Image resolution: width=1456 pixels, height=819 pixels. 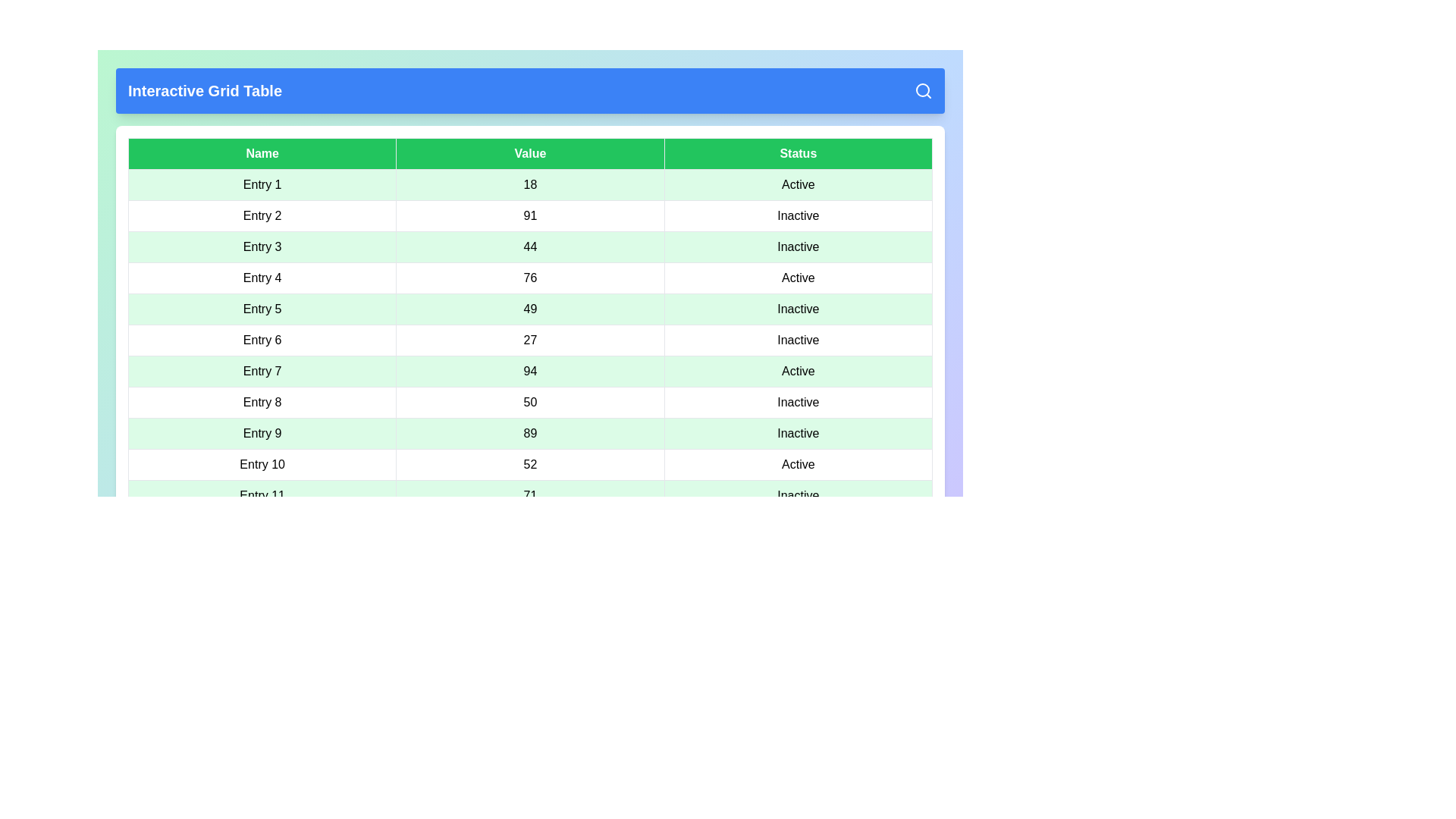 What do you see at coordinates (530, 154) in the screenshot?
I see `the column header 'Value' to sort the table by that column` at bounding box center [530, 154].